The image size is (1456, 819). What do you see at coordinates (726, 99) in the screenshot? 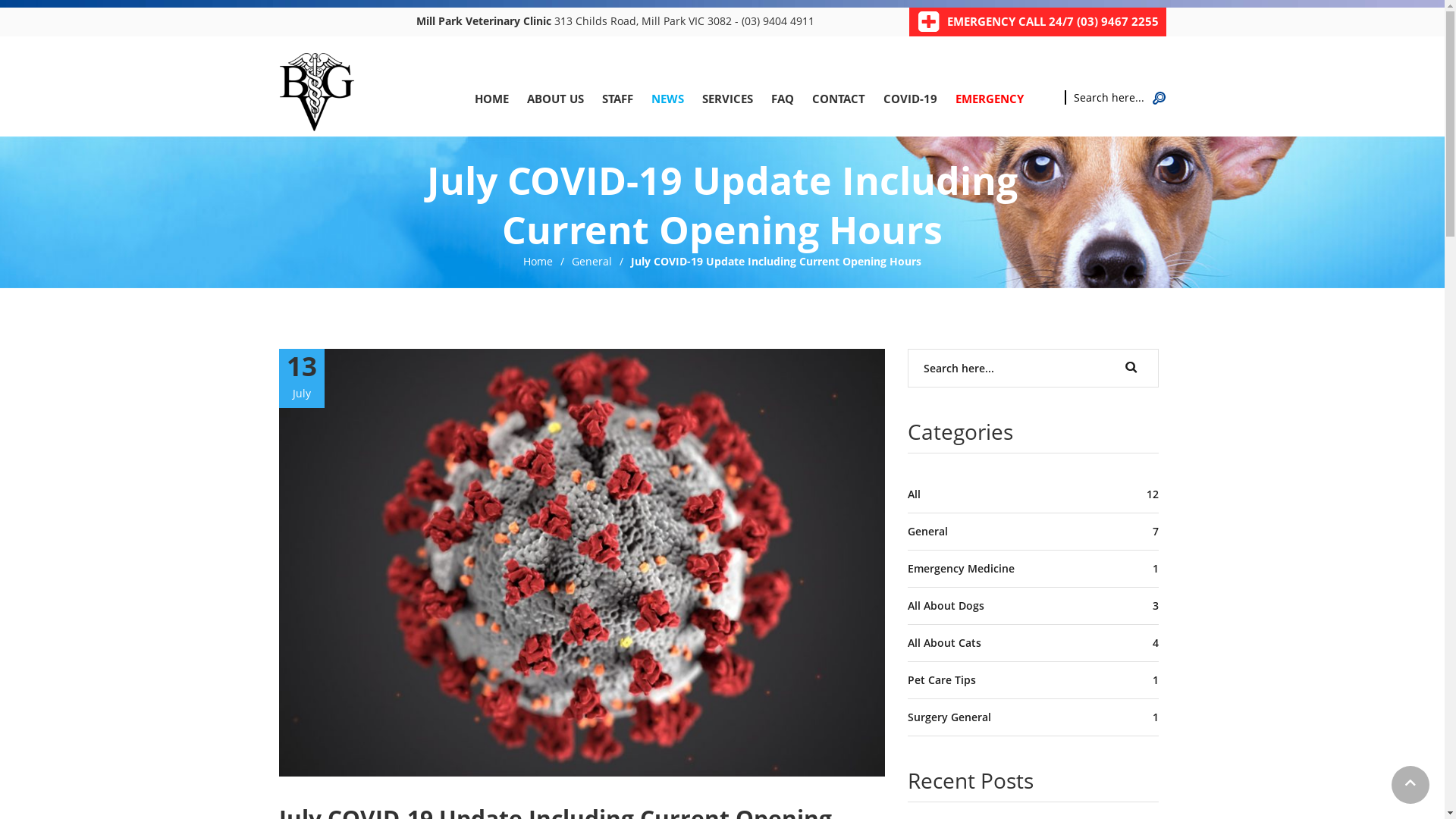
I see `'SERVICES'` at bounding box center [726, 99].